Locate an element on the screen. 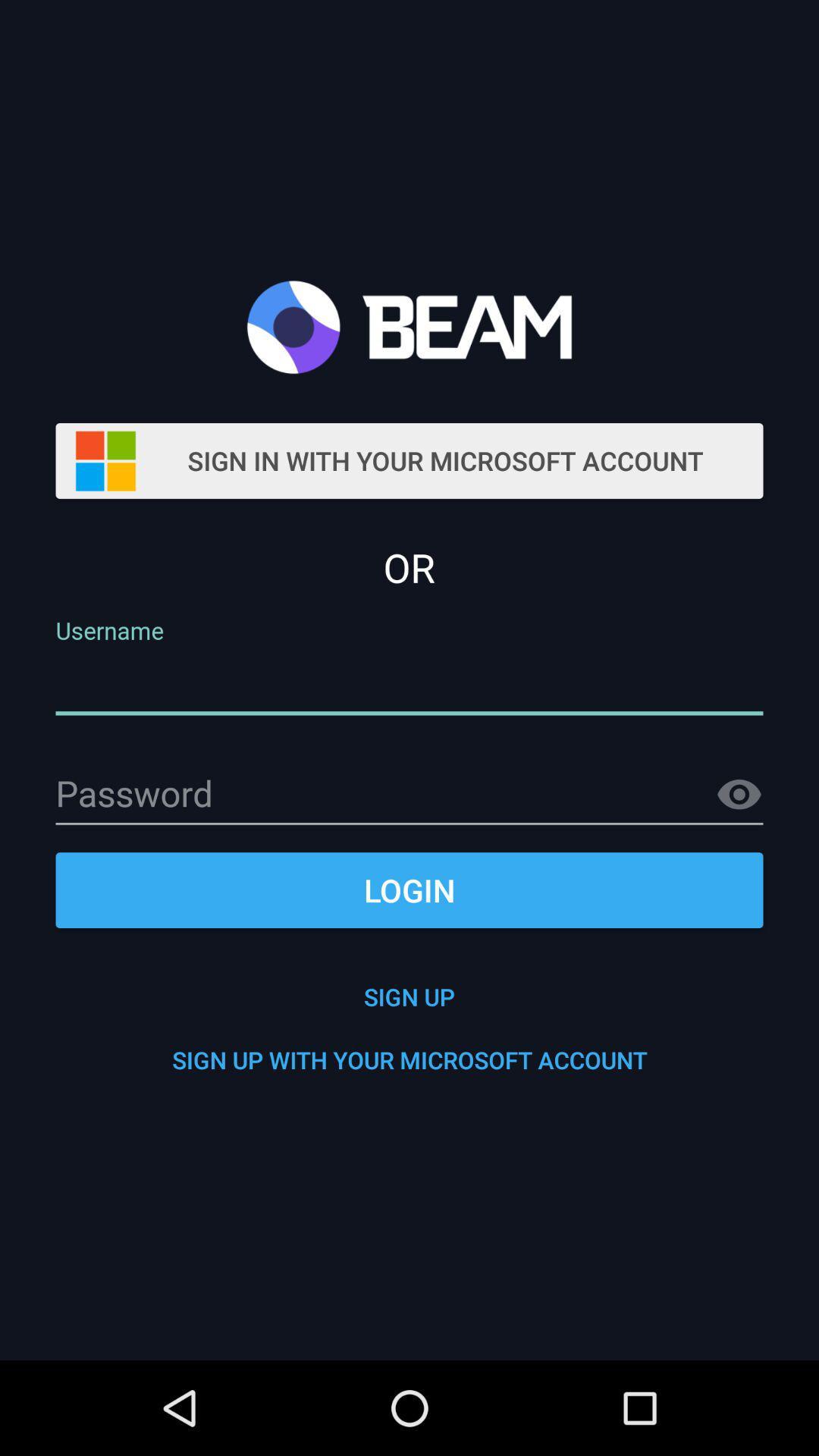 The height and width of the screenshot is (1456, 819). user name is located at coordinates (409, 683).